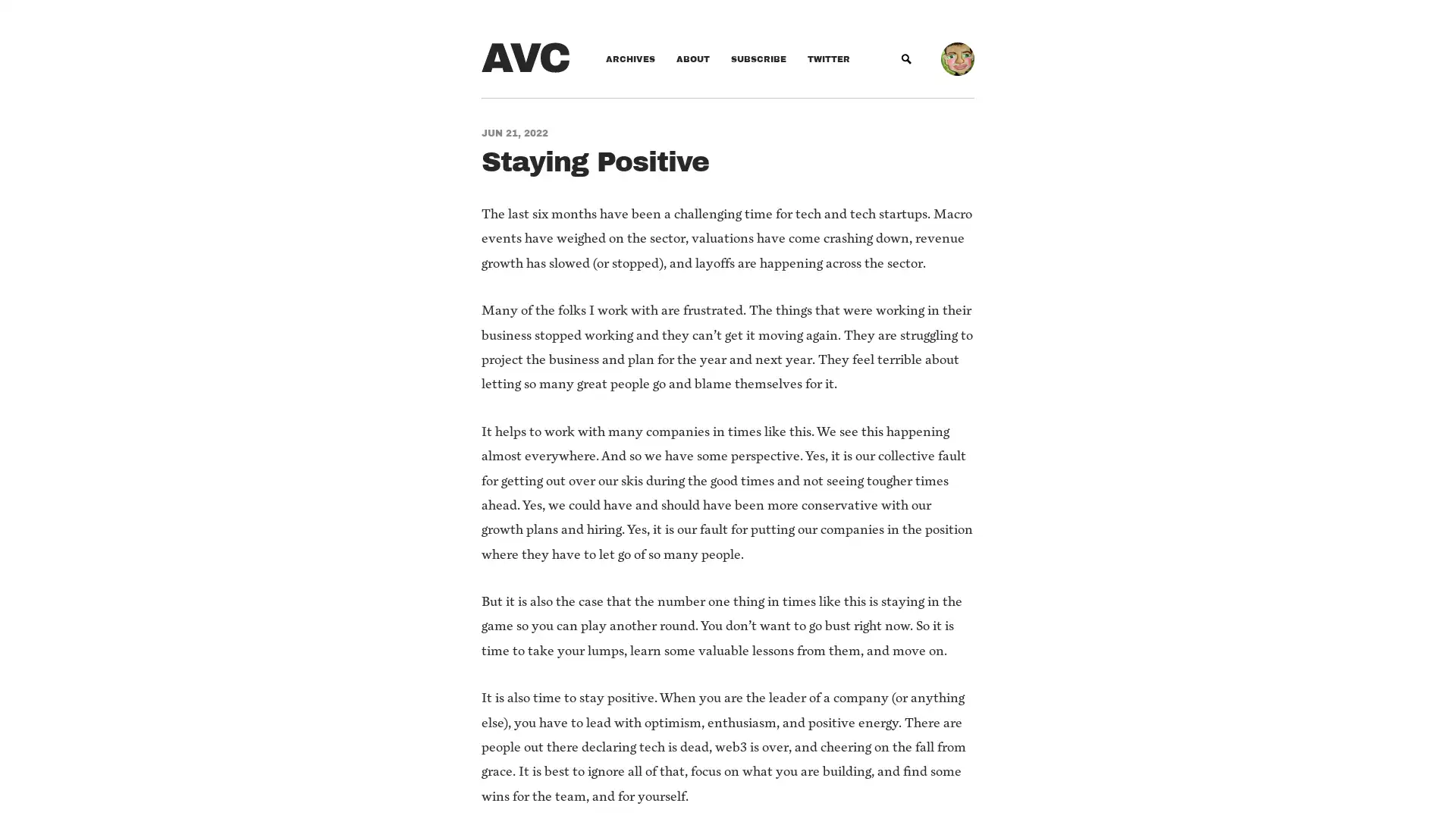  Describe the element at coordinates (934, 58) in the screenshot. I see `Submit` at that location.